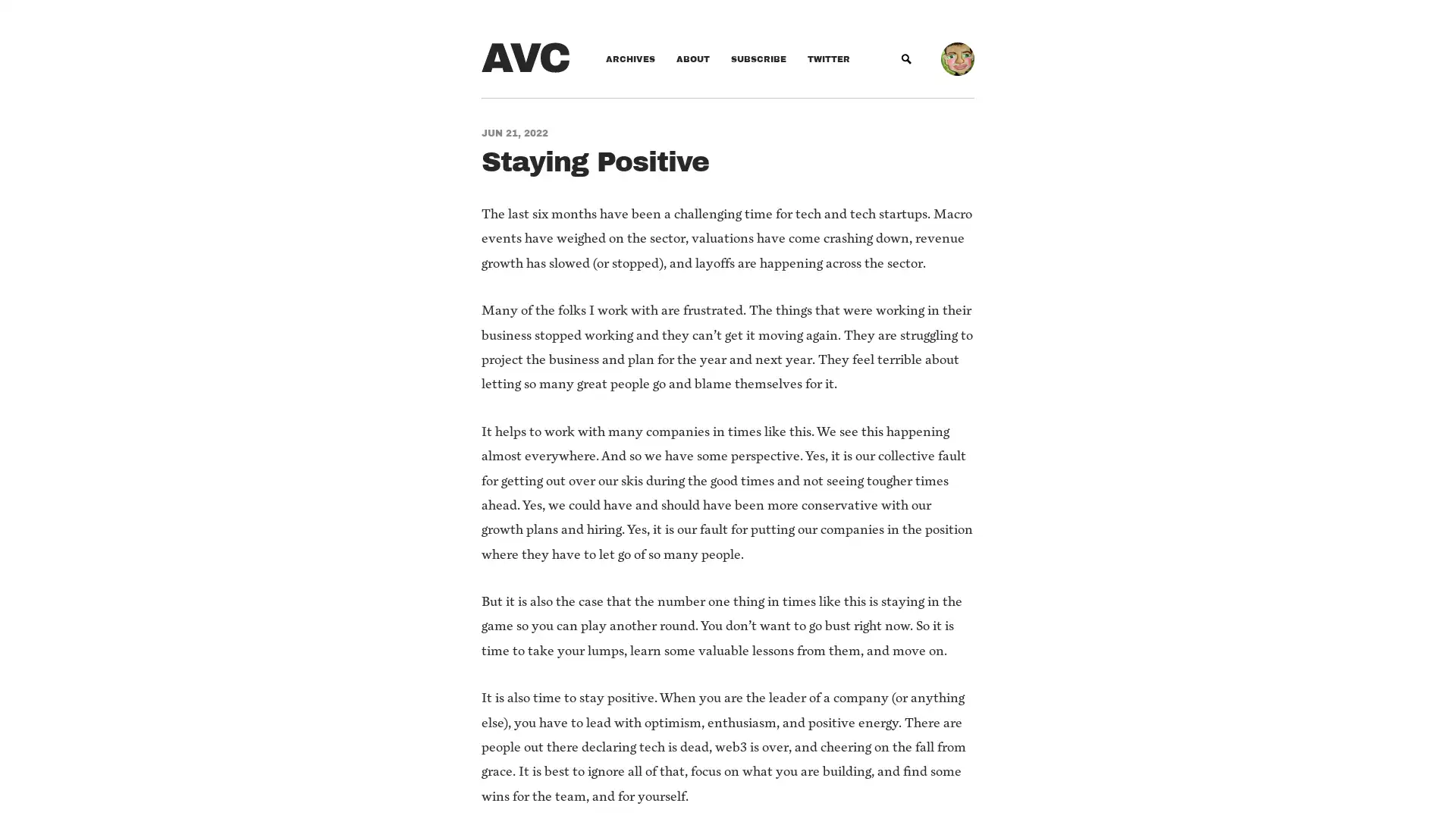  Describe the element at coordinates (934, 58) in the screenshot. I see `Submit` at that location.